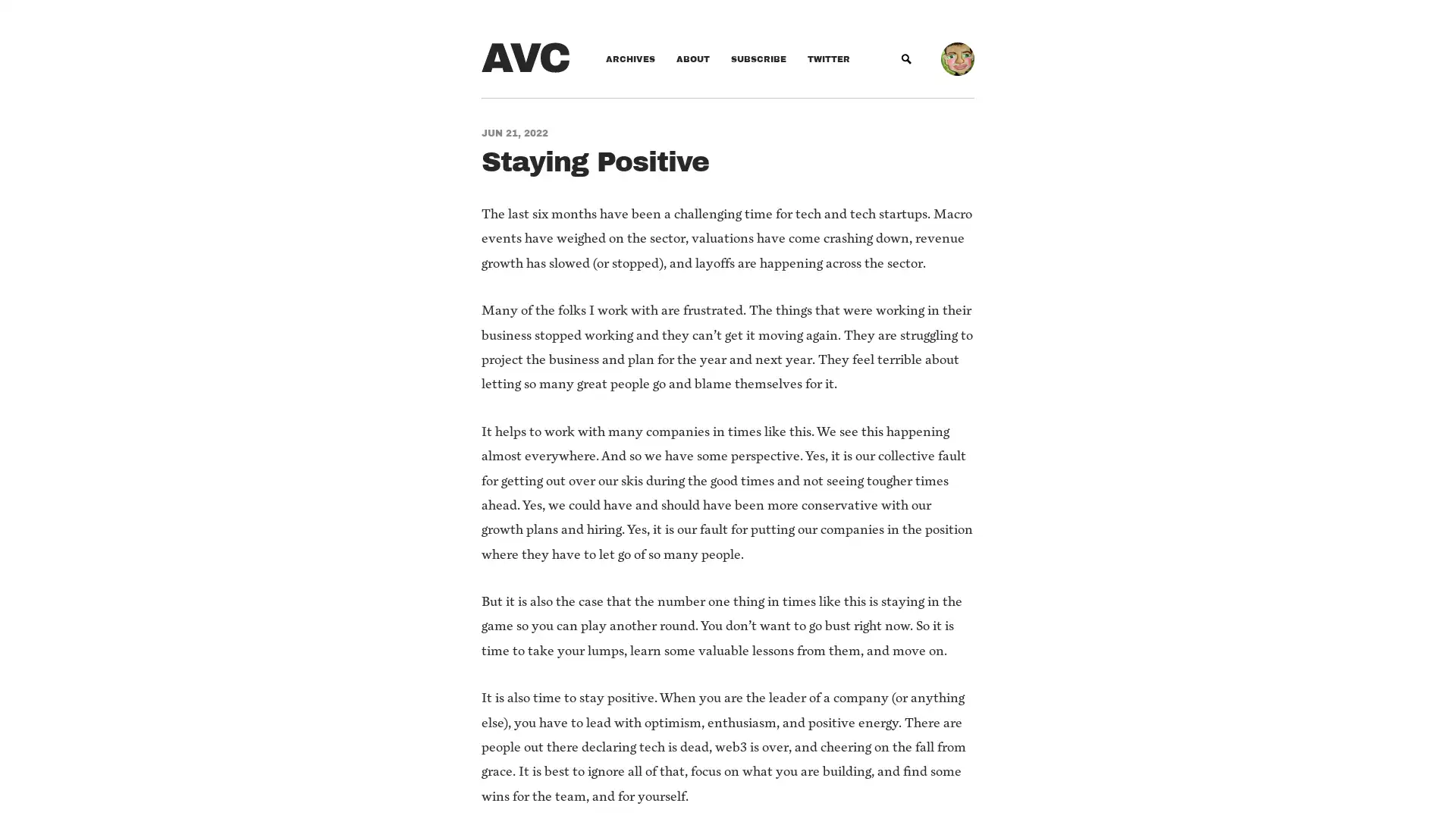  Describe the element at coordinates (934, 58) in the screenshot. I see `Submit` at that location.